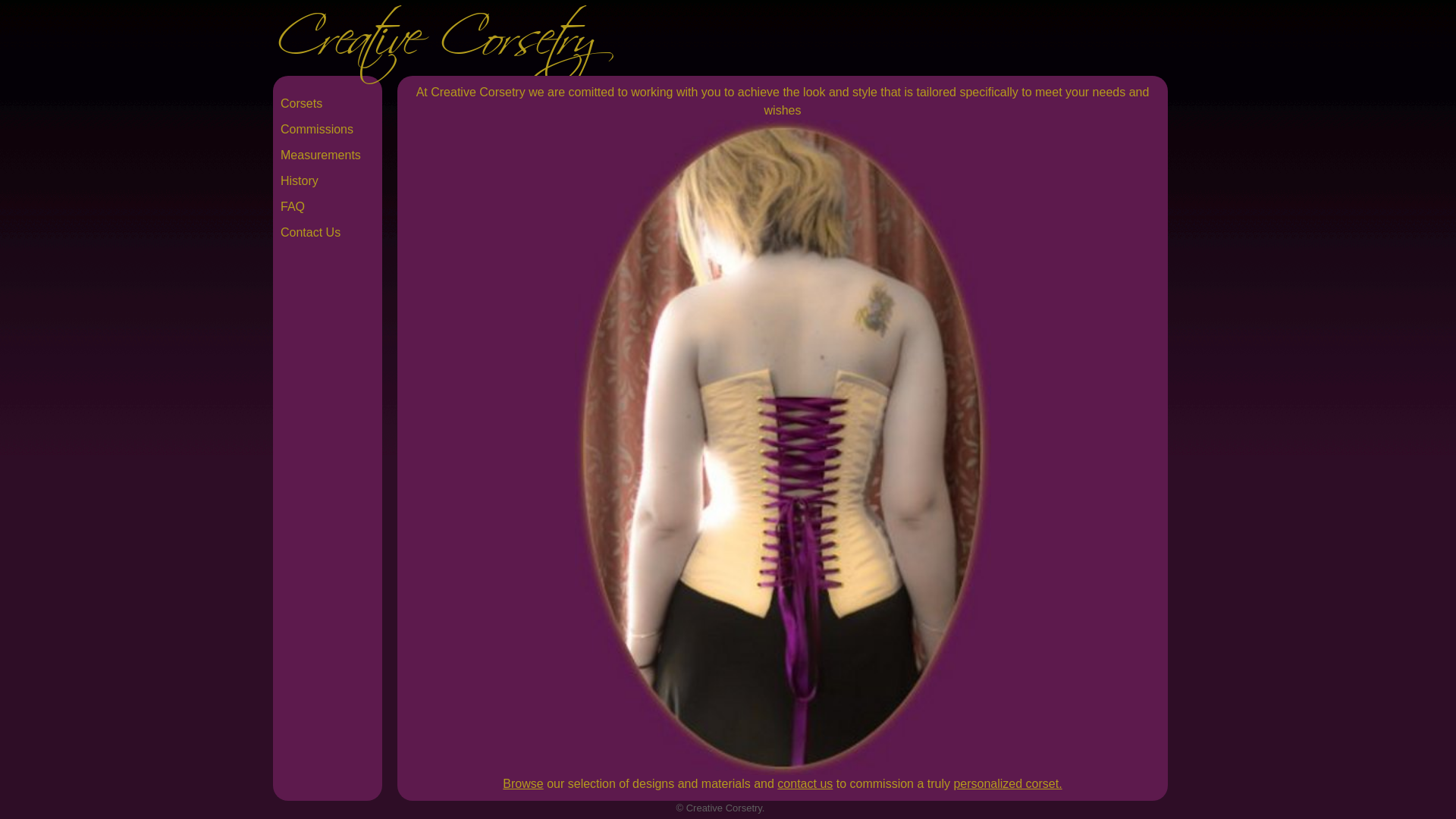 The image size is (1456, 819). What do you see at coordinates (327, 180) in the screenshot?
I see `'History'` at bounding box center [327, 180].